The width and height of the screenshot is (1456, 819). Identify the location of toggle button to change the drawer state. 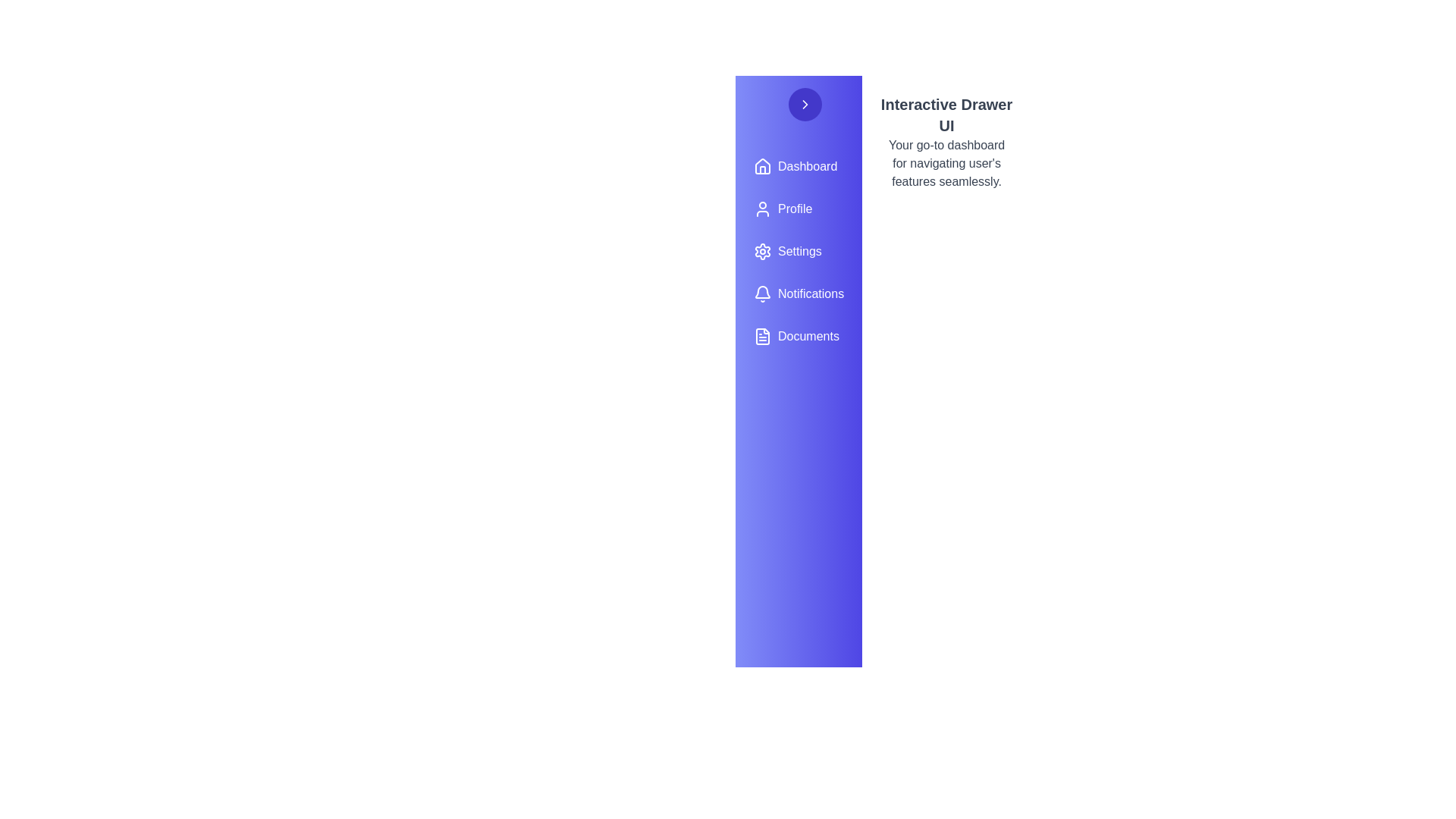
(804, 104).